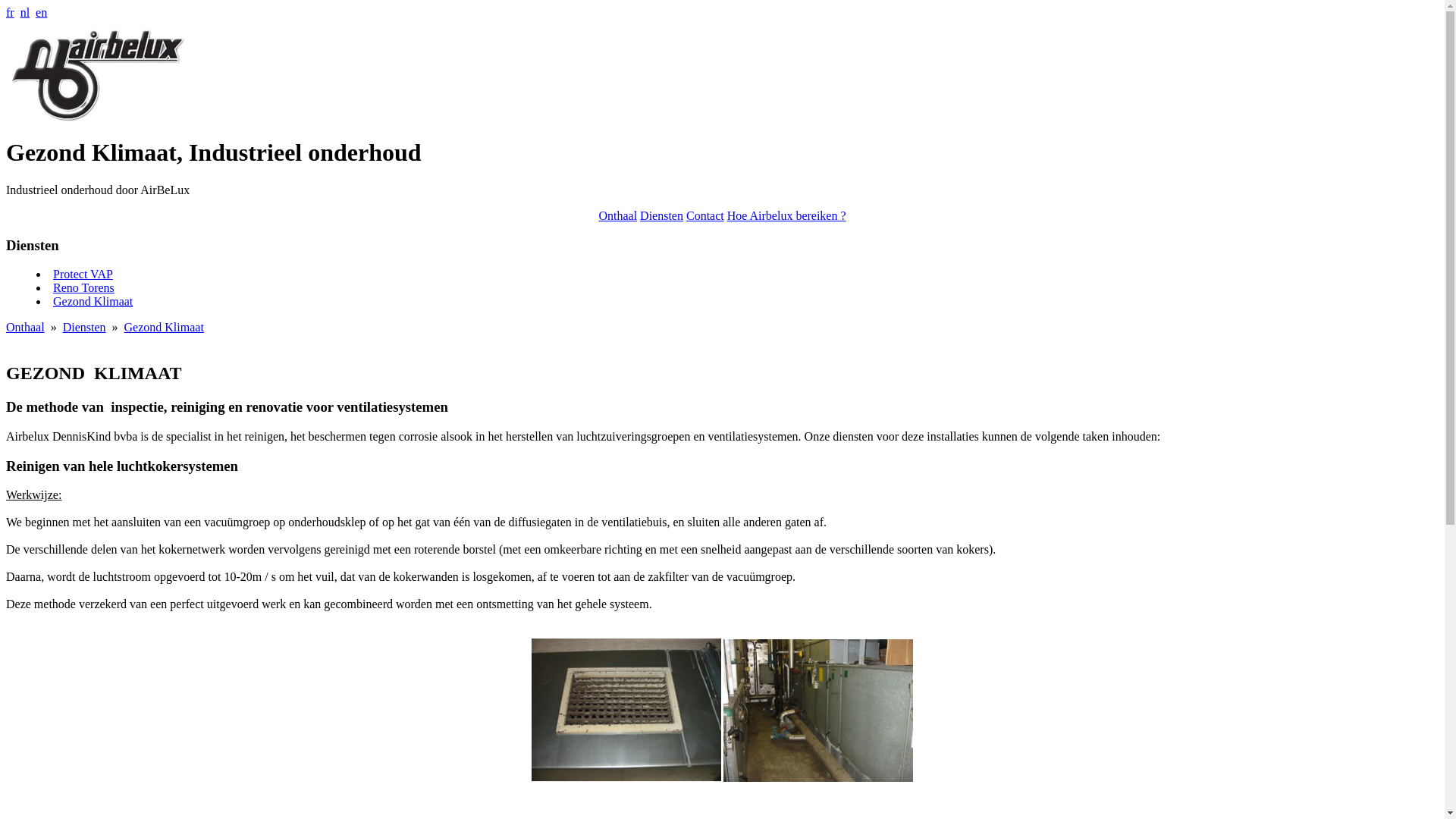 The width and height of the screenshot is (1456, 819). I want to click on 'Onthaal', so click(617, 215).